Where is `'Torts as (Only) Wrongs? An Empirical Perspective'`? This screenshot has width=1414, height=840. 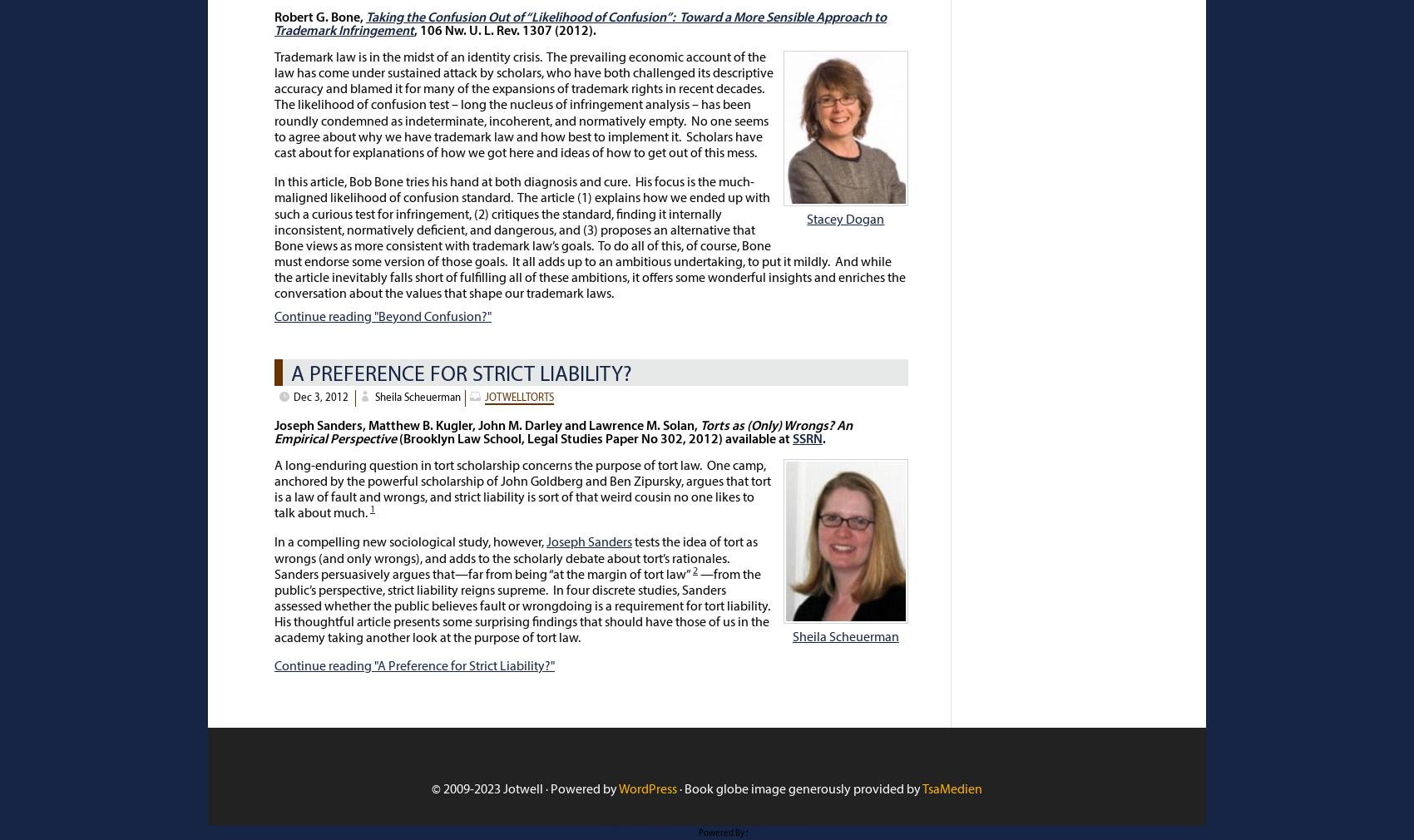
'Torts as (Only) Wrongs? An Empirical Perspective' is located at coordinates (273, 432).